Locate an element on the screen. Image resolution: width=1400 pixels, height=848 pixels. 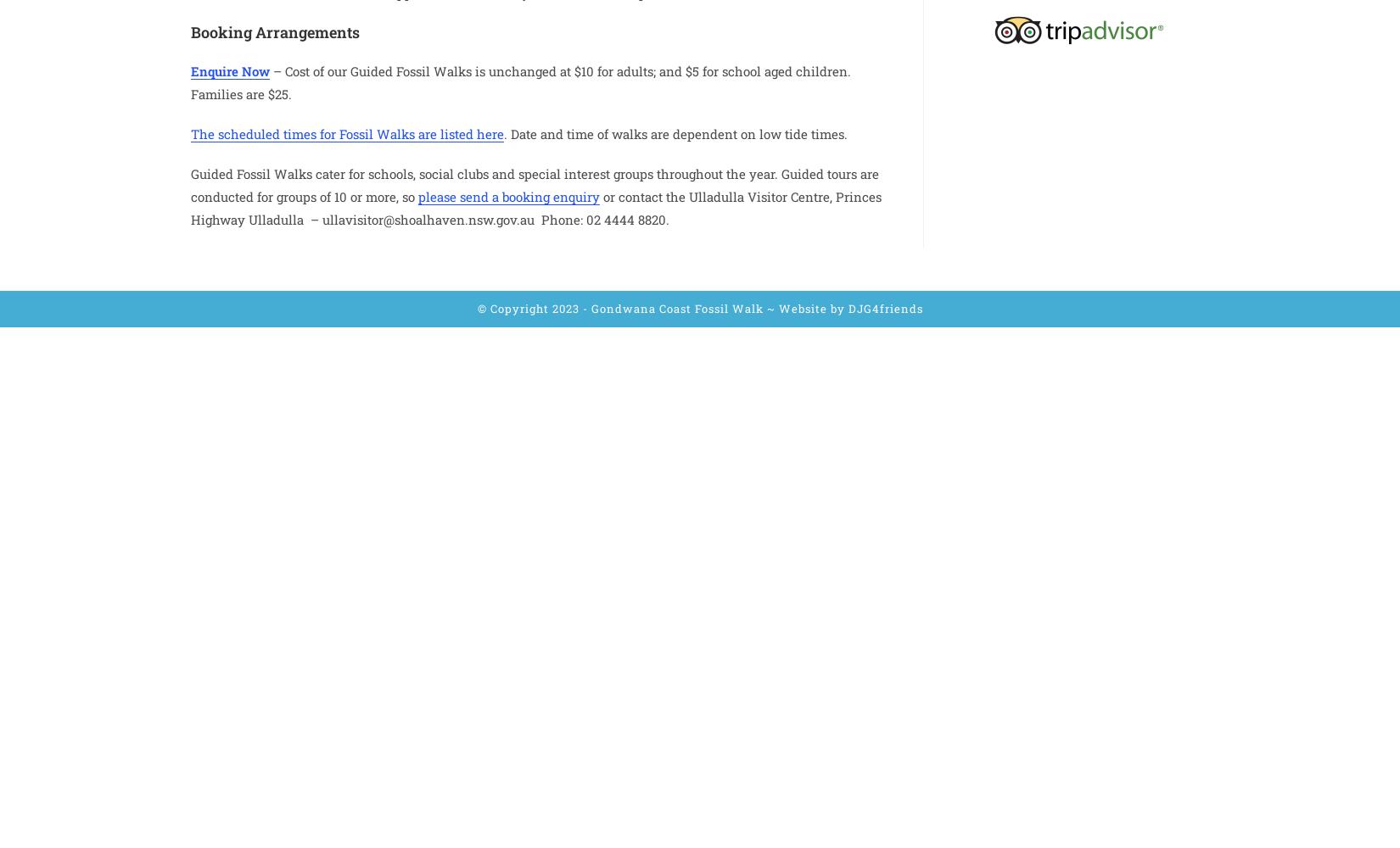
'Enquire Now' is located at coordinates (230, 70).